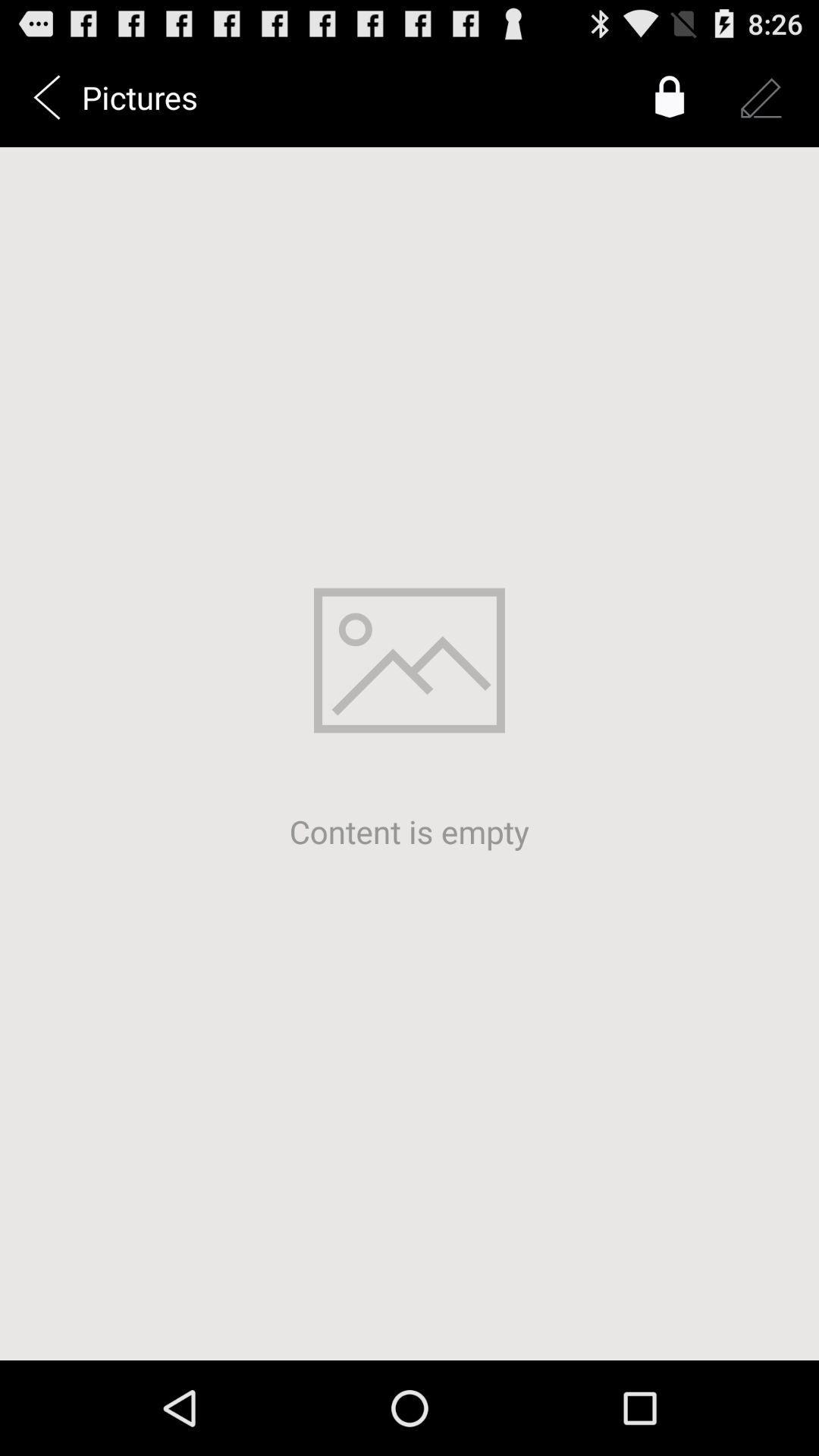  What do you see at coordinates (669, 103) in the screenshot?
I see `the lock icon` at bounding box center [669, 103].